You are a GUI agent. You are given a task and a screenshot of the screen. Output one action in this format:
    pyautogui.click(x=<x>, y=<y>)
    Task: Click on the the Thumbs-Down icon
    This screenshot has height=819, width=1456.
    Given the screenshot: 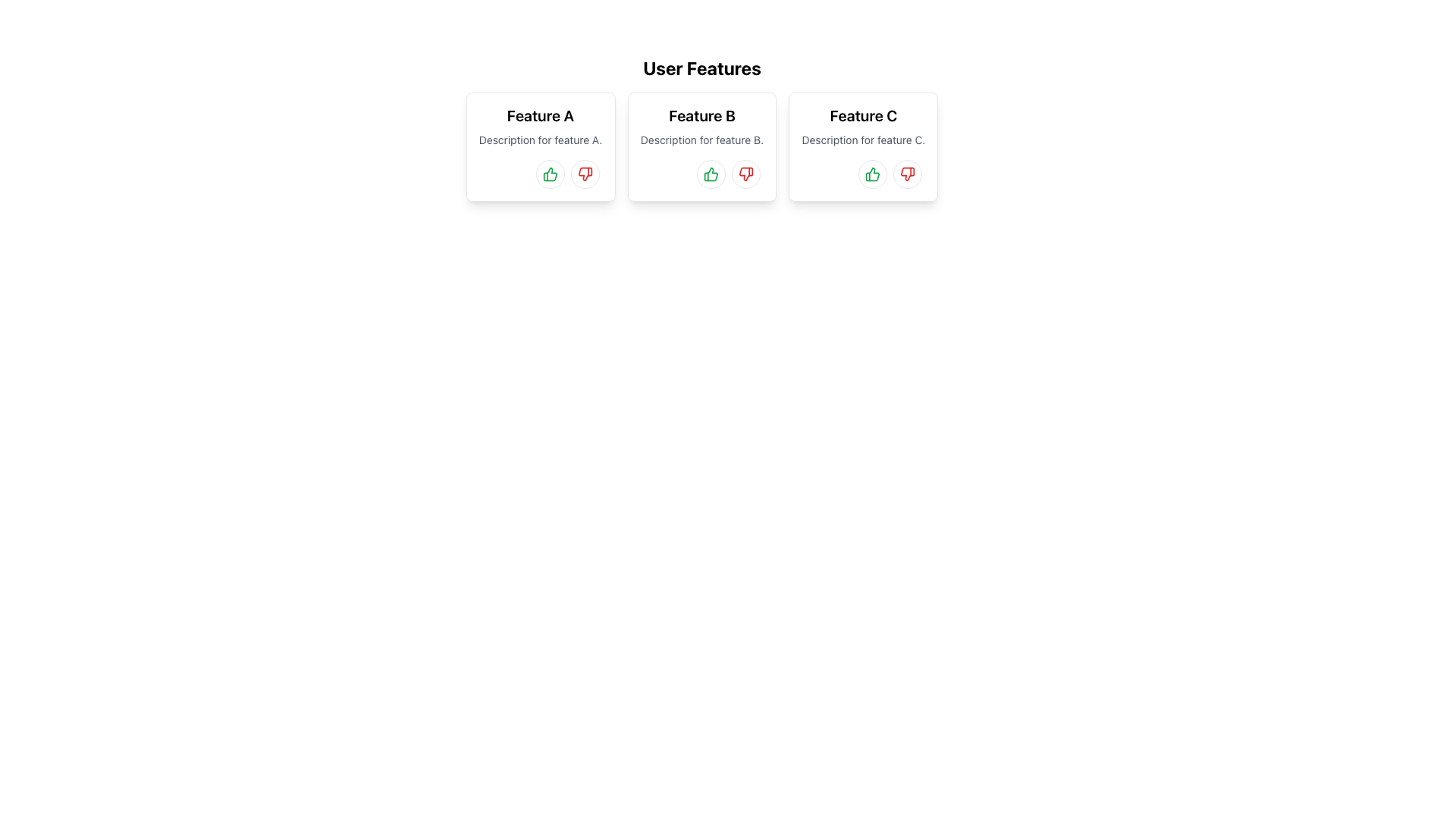 What is the action you would take?
    pyautogui.click(x=584, y=174)
    